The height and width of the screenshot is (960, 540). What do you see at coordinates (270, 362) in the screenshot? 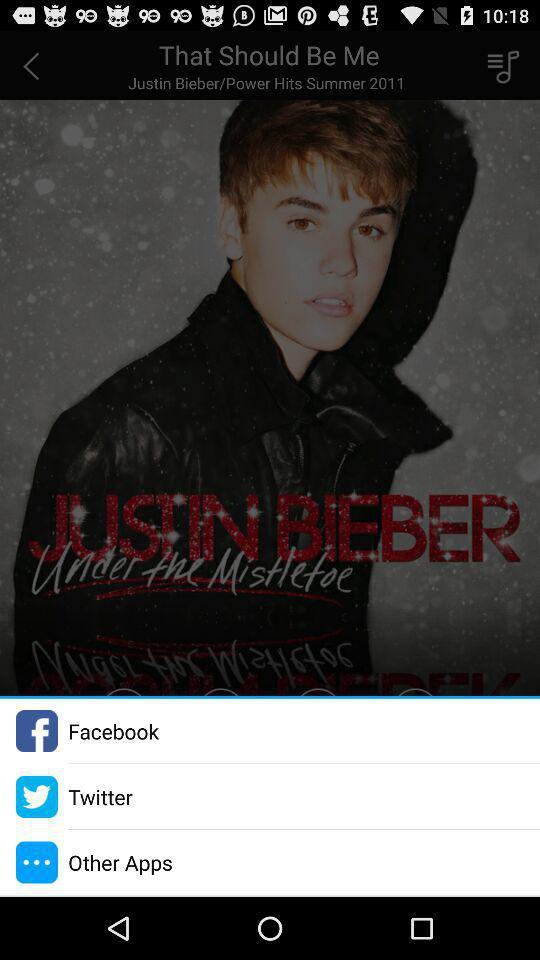
I see `the icon at the center` at bounding box center [270, 362].